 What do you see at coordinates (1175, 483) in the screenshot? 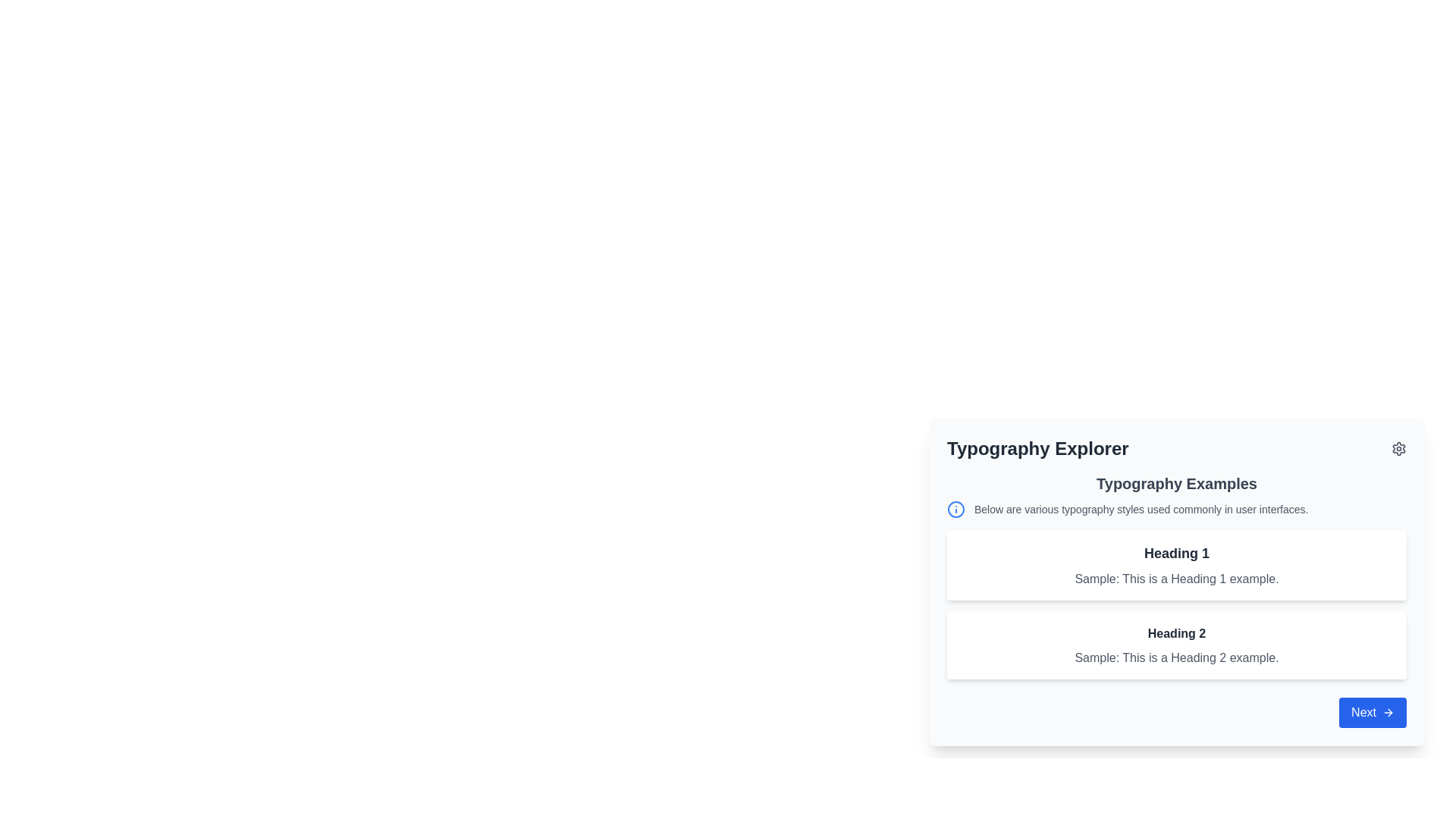
I see `the static text label reading 'Typography Examples', which is styled prominently and located beneath the main header 'Typography Explorer'` at bounding box center [1175, 483].